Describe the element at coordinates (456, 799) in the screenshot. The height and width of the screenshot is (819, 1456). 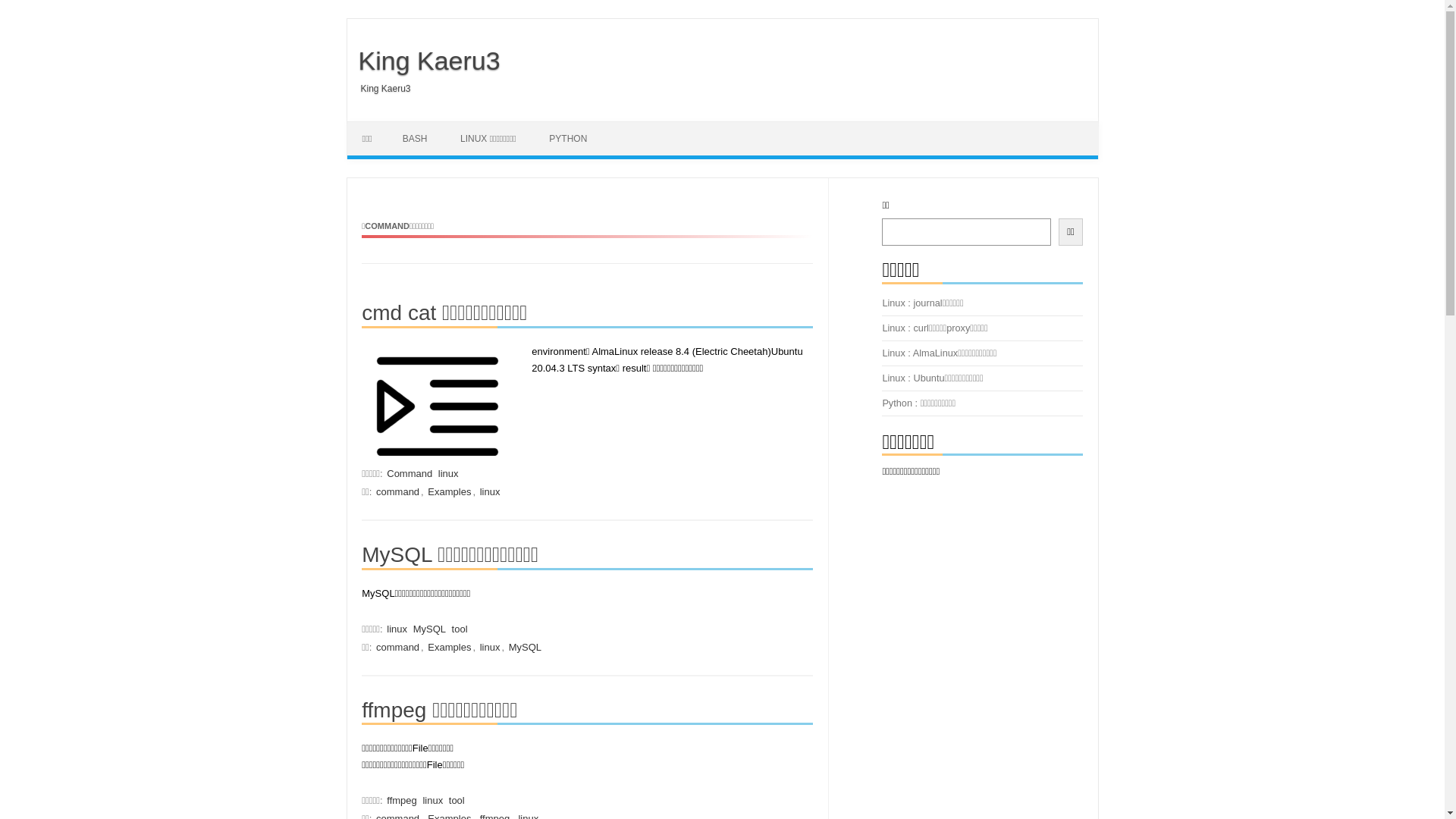
I see `'tool'` at that location.